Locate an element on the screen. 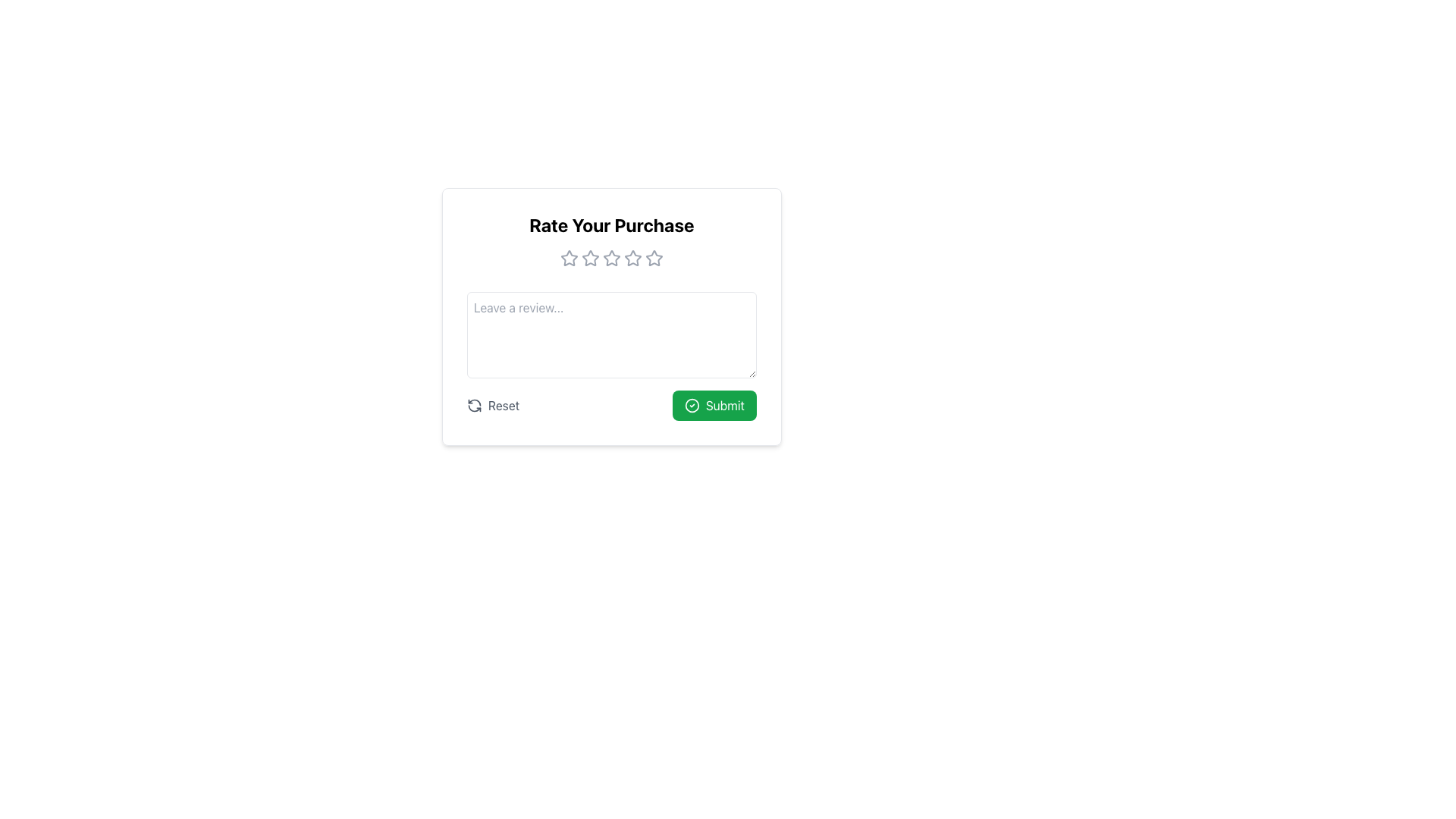 This screenshot has height=819, width=1456. the 'Reset' icon located in the bottom-left section of the modal to receive feedback is located at coordinates (473, 405).